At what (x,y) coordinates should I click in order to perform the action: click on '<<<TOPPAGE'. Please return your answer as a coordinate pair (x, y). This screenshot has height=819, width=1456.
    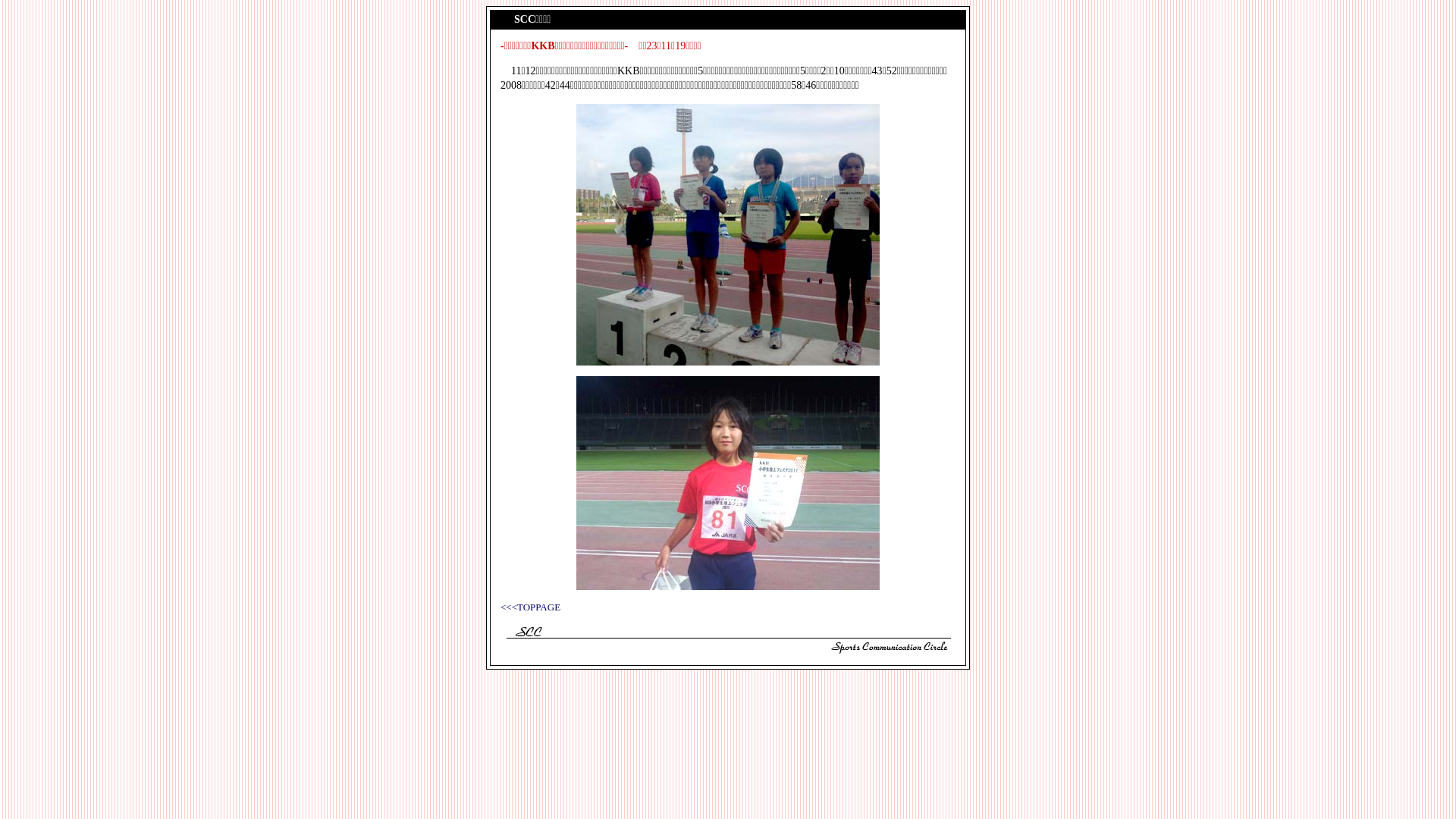
    Looking at the image, I should click on (530, 606).